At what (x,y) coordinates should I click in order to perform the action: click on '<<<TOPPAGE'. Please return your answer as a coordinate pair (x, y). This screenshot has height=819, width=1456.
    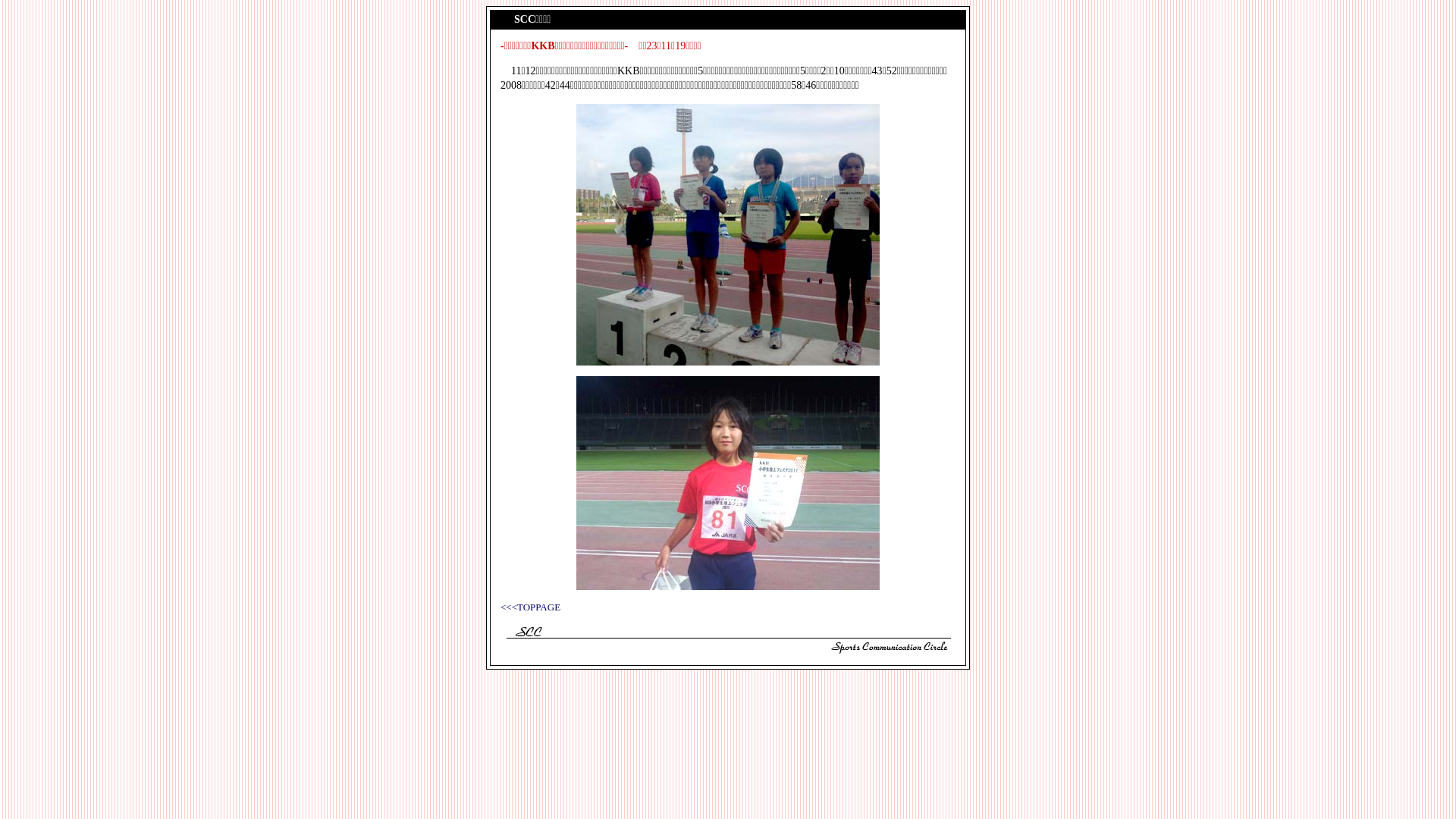
    Looking at the image, I should click on (530, 606).